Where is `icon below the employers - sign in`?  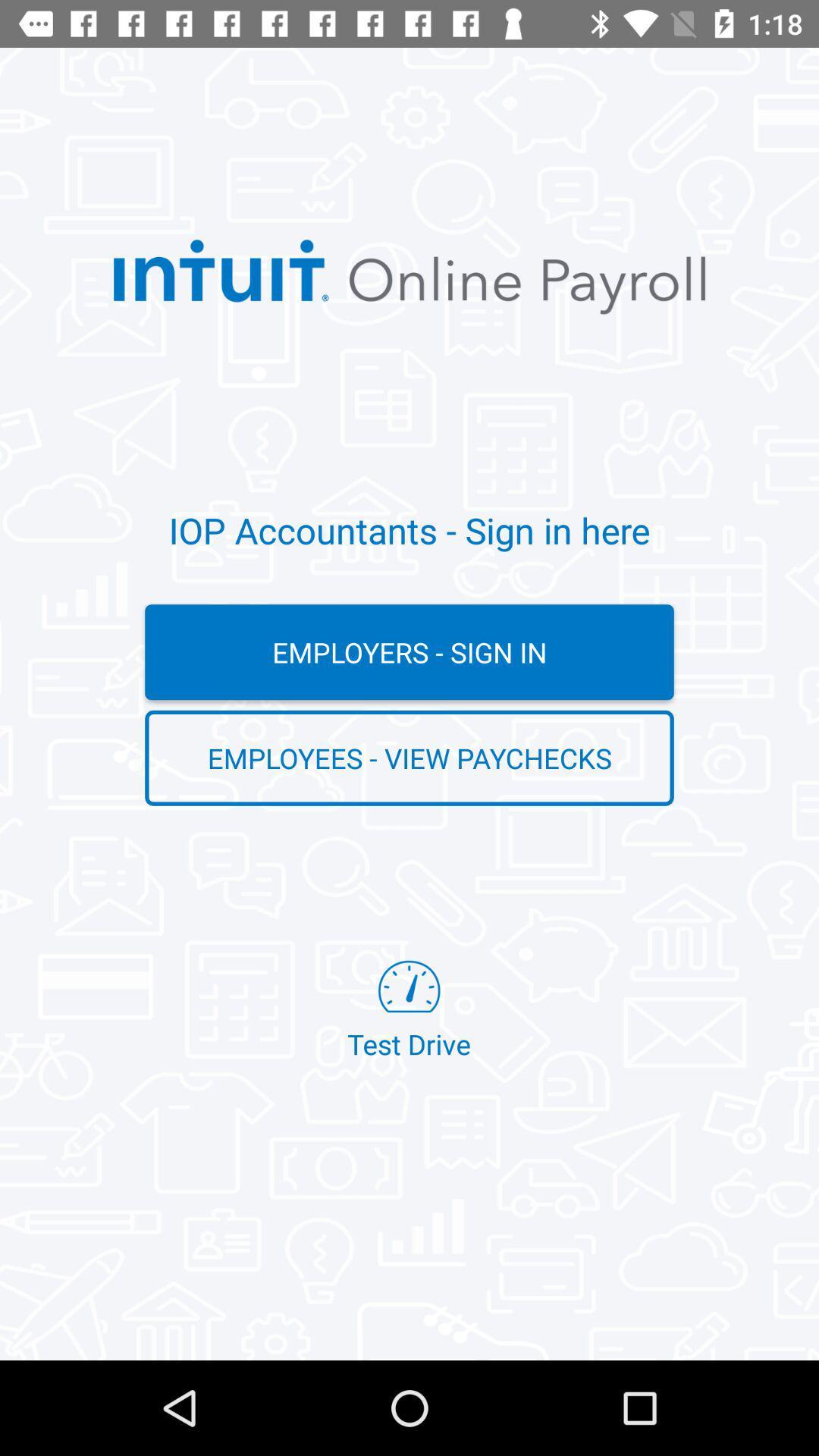 icon below the employers - sign in is located at coordinates (409, 758).